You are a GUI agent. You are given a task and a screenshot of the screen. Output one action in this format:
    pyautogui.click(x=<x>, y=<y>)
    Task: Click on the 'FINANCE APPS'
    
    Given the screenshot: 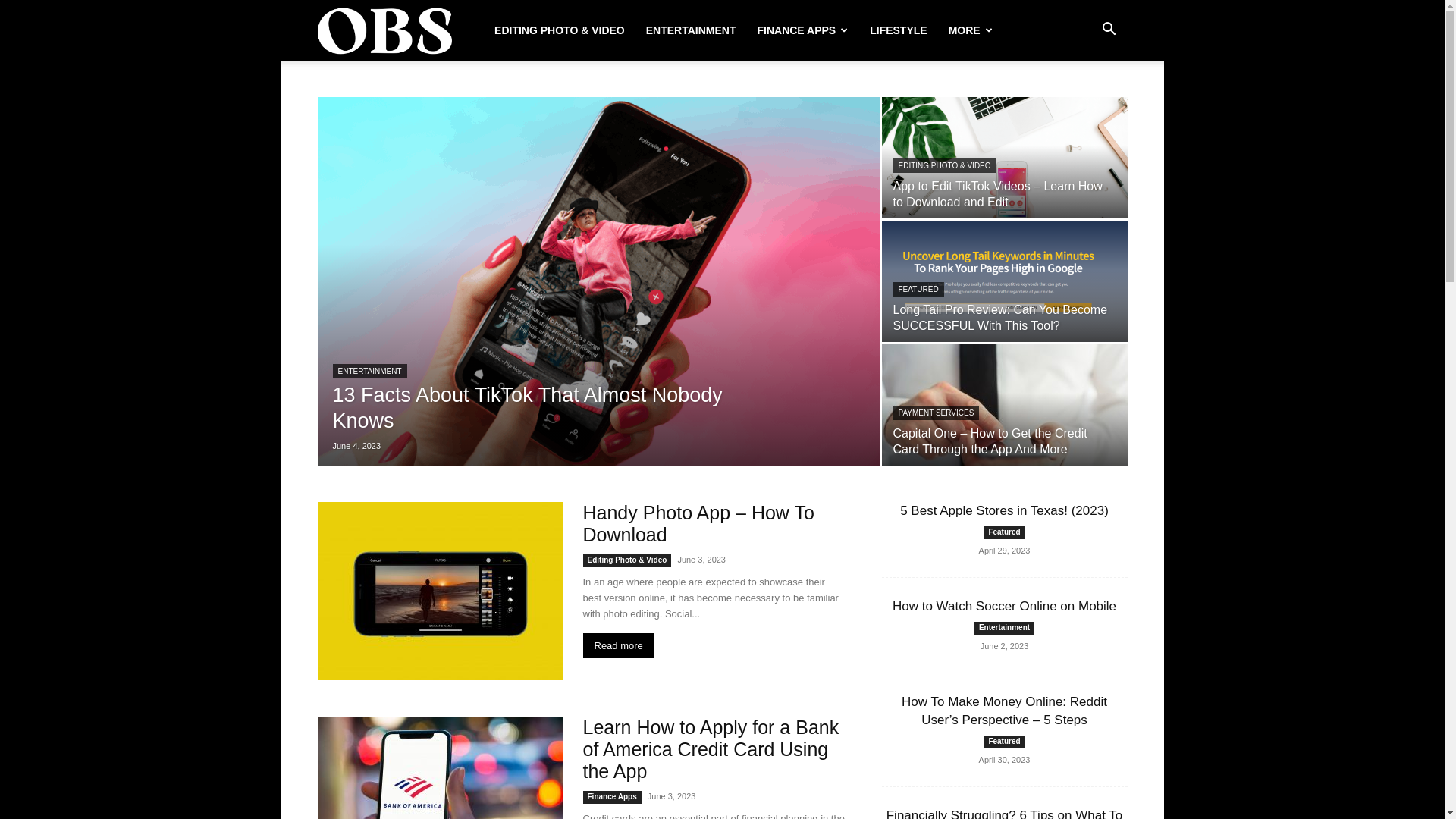 What is the action you would take?
    pyautogui.click(x=802, y=30)
    